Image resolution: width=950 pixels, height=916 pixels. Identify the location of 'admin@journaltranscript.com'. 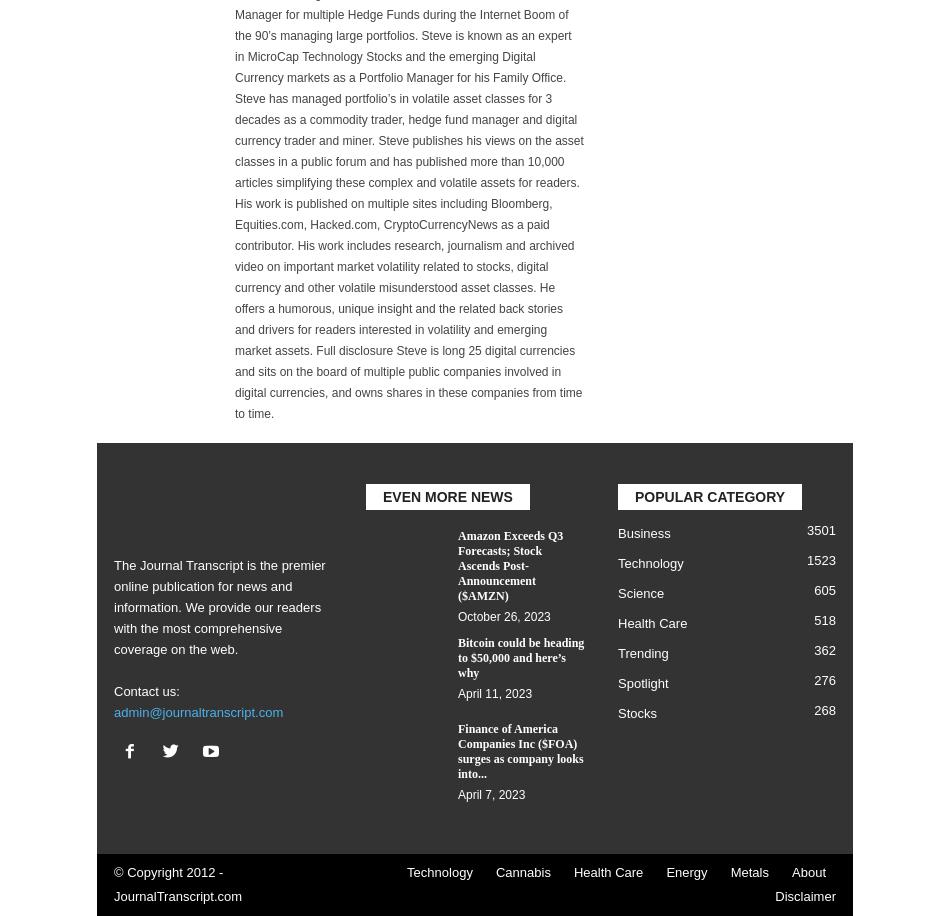
(198, 711).